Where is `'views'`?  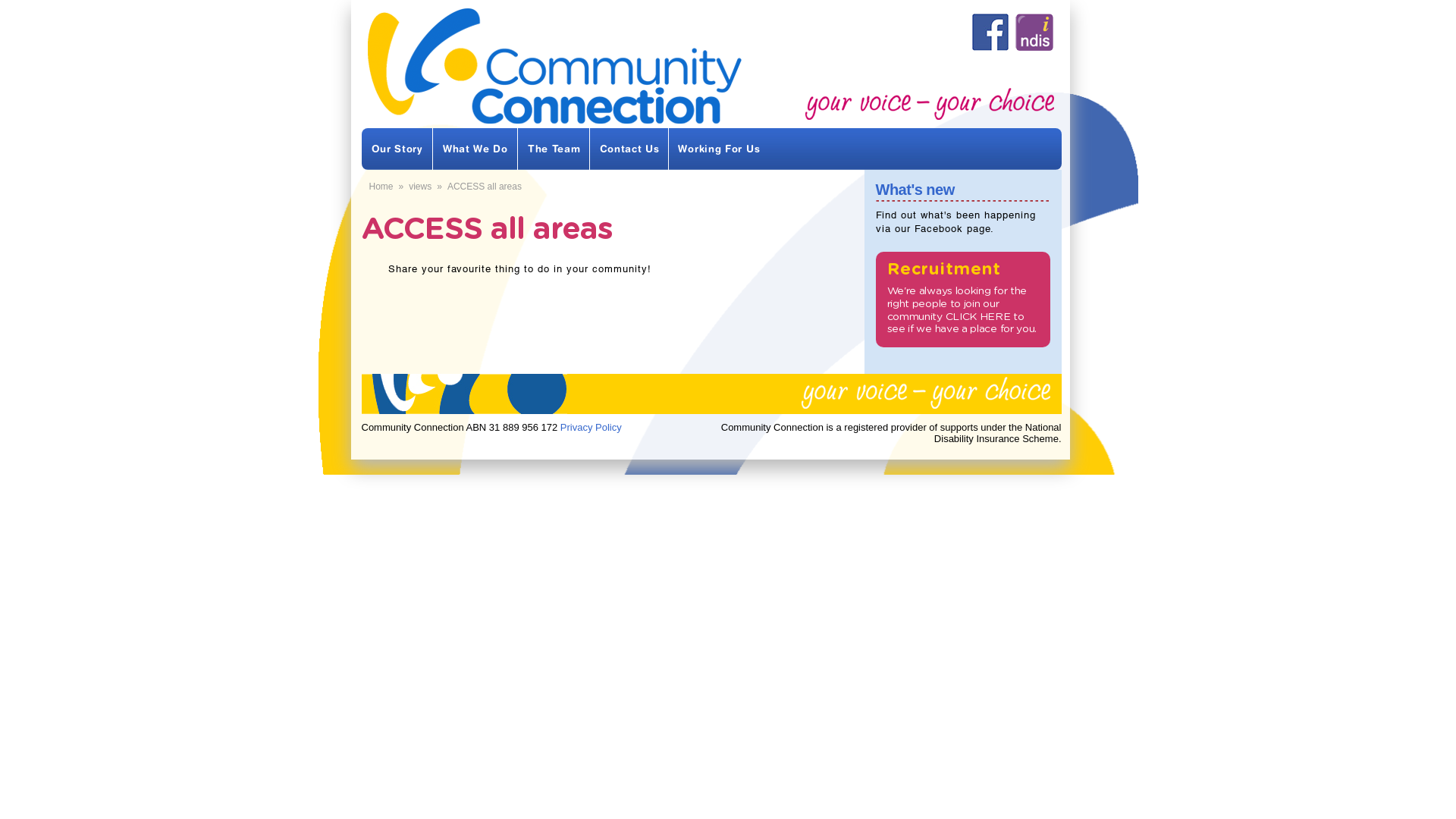 'views' is located at coordinates (408, 186).